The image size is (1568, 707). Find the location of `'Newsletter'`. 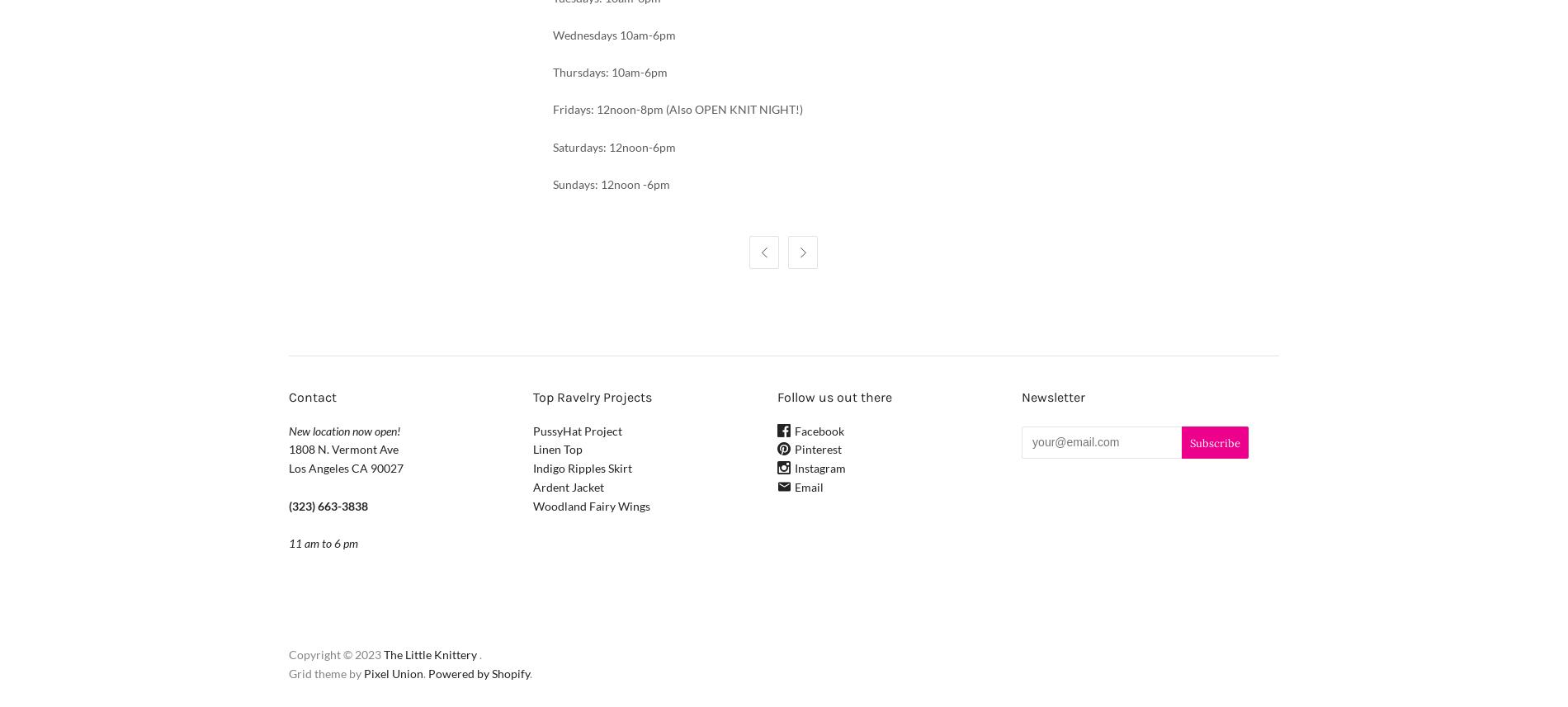

'Newsletter' is located at coordinates (1052, 396).